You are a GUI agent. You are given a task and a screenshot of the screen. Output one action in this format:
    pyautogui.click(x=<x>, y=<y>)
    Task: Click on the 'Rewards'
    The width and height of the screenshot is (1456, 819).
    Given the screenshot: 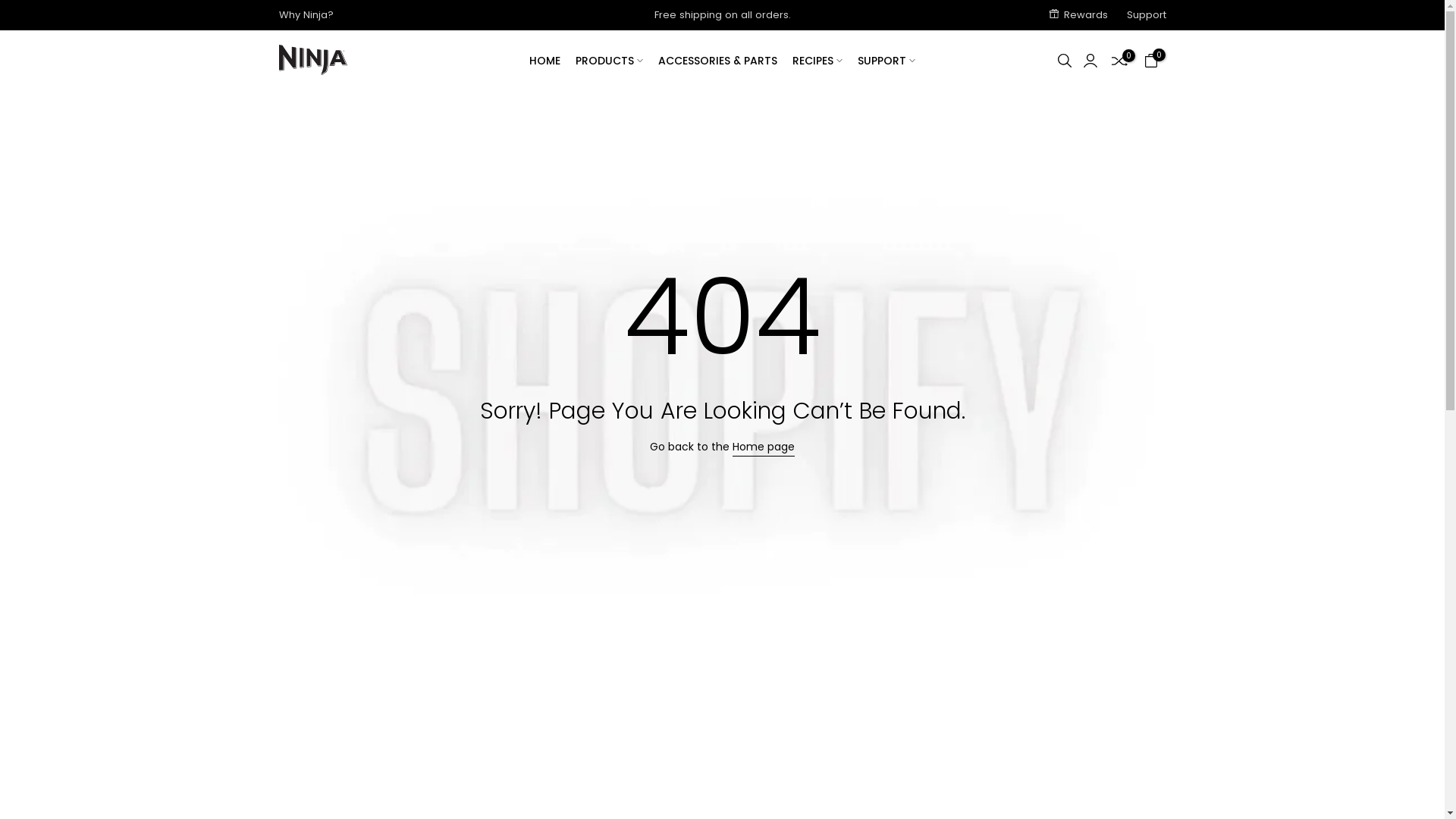 What is the action you would take?
    pyautogui.click(x=1077, y=14)
    